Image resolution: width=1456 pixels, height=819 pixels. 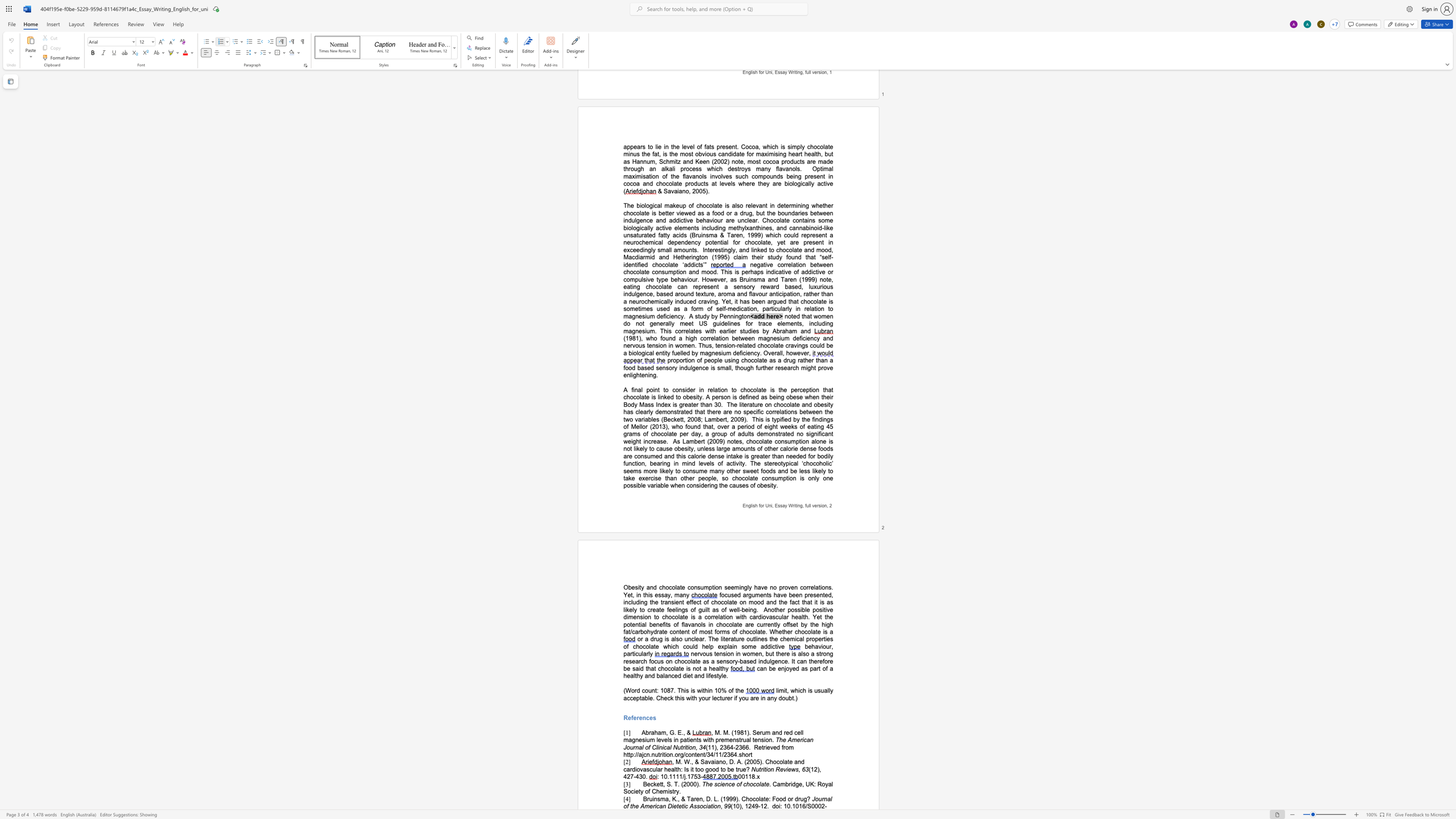 What do you see at coordinates (733, 806) in the screenshot?
I see `the space between the continuous character "(" and "1" in the text` at bounding box center [733, 806].